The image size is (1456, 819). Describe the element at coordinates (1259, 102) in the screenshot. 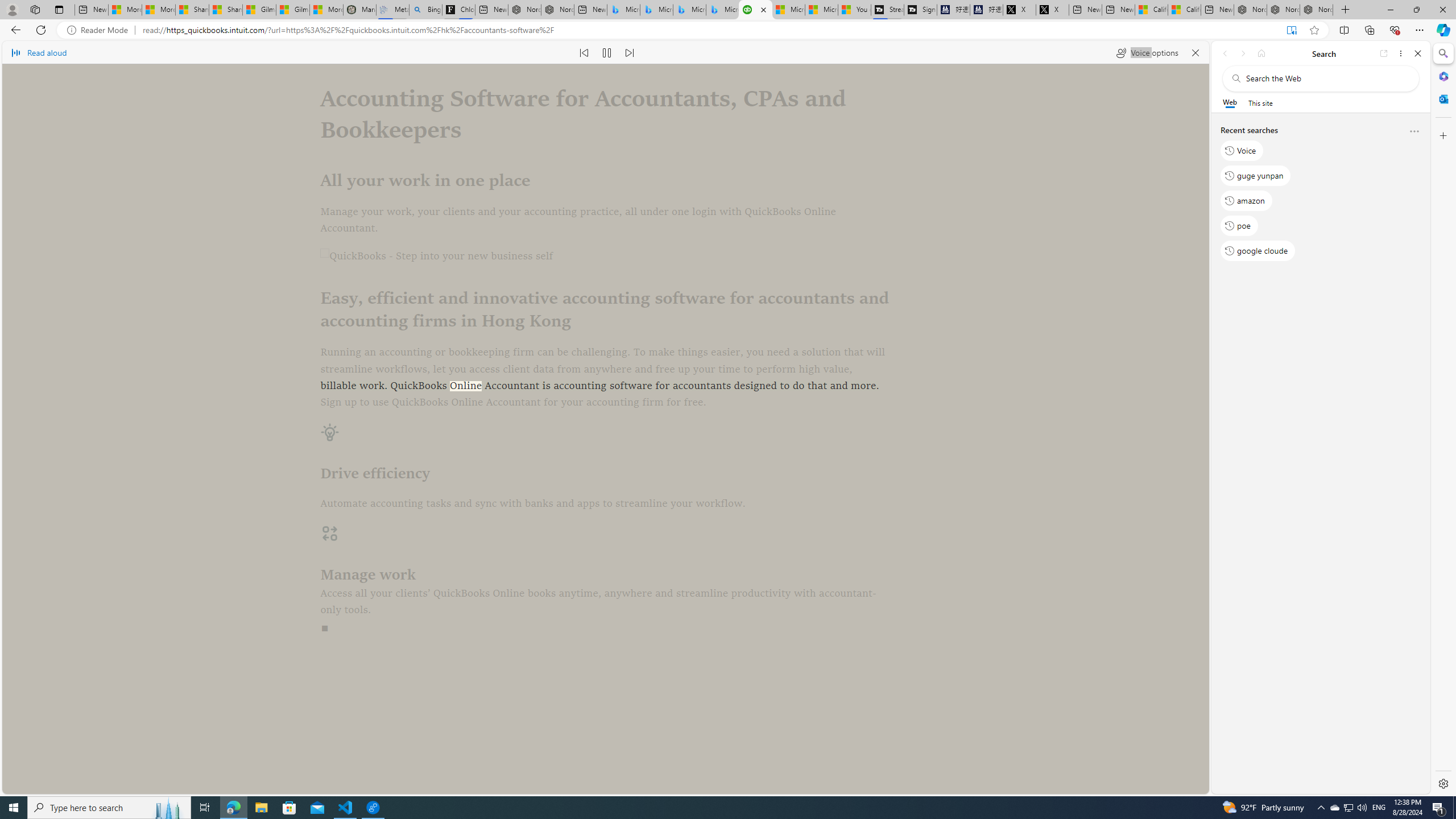

I see `'This site scope'` at that location.